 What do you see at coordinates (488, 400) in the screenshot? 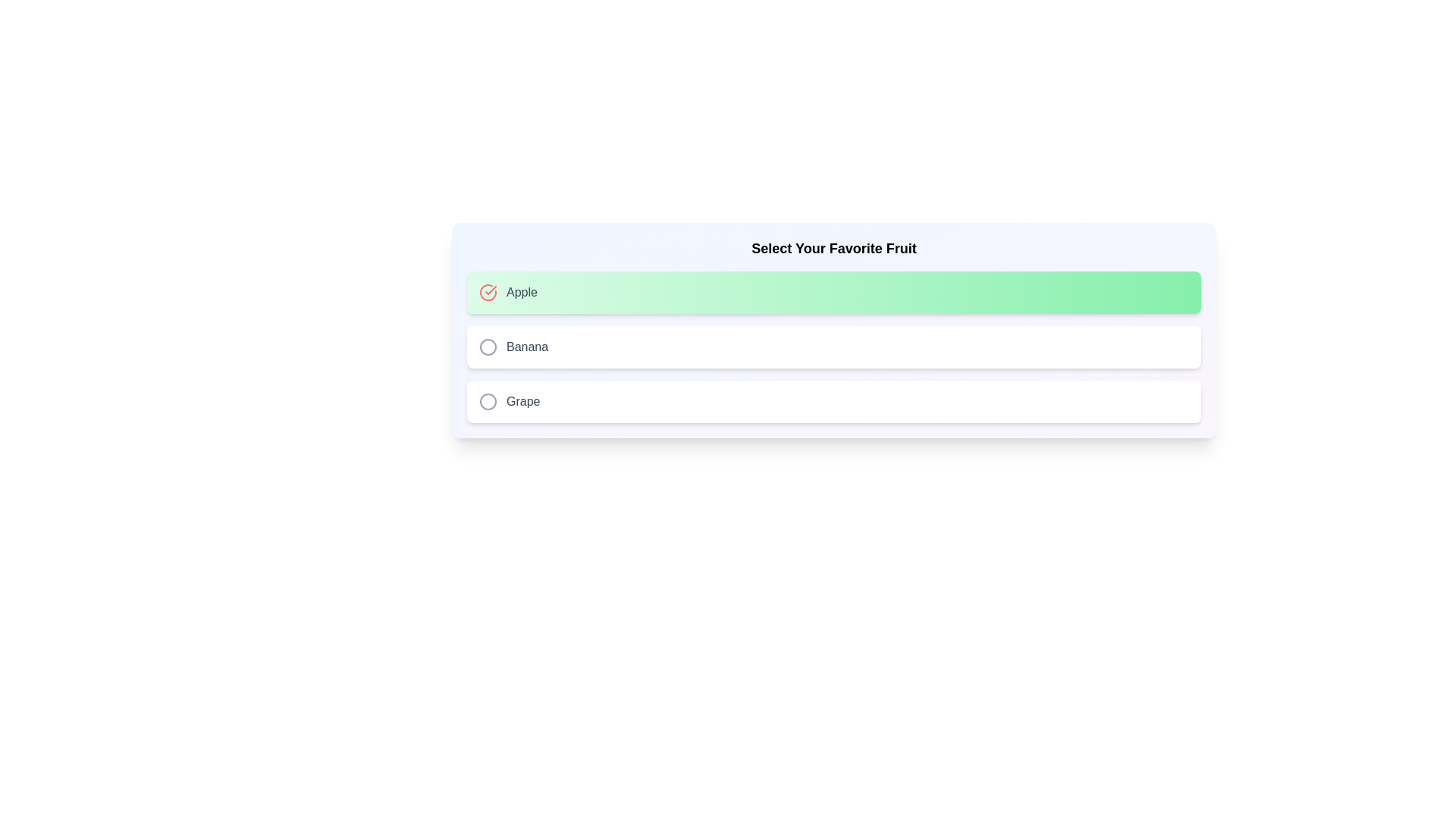
I see `the radio button associated with the 'Grape' option` at bounding box center [488, 400].